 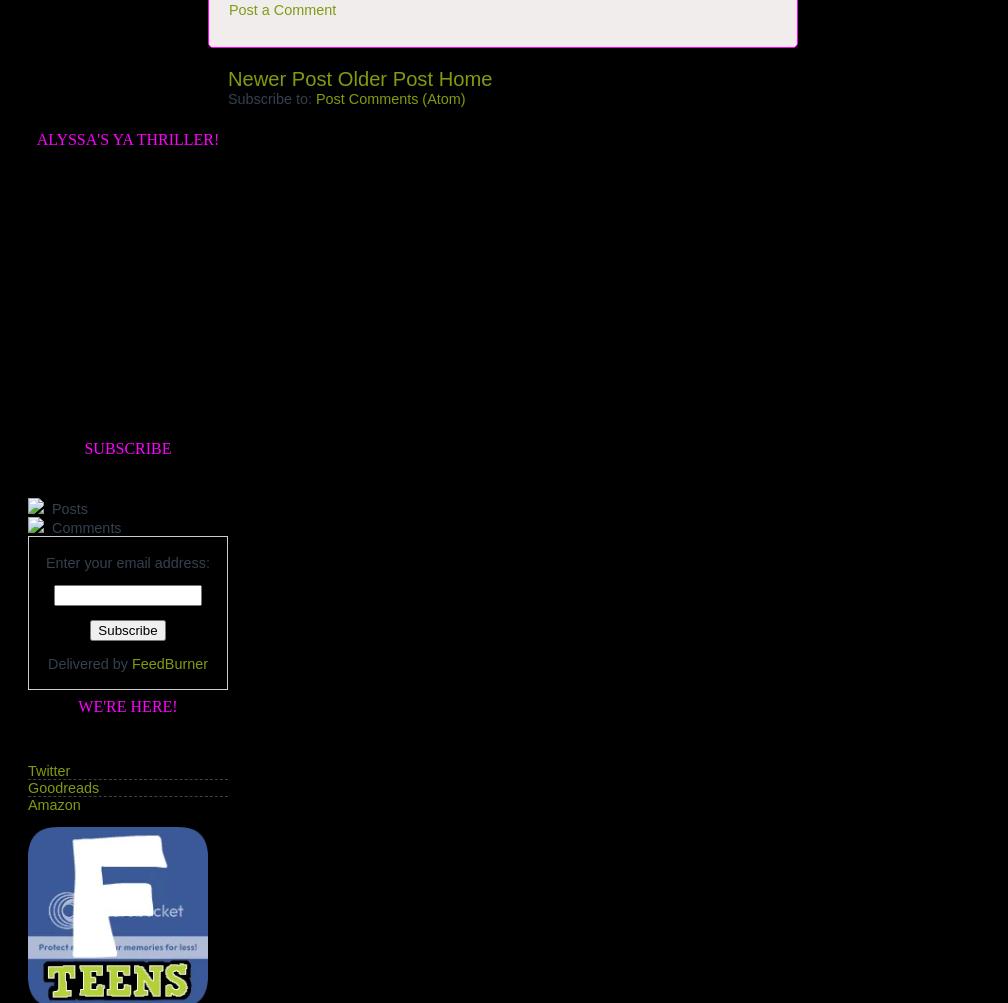 I want to click on 'Goodreads', so click(x=63, y=785).